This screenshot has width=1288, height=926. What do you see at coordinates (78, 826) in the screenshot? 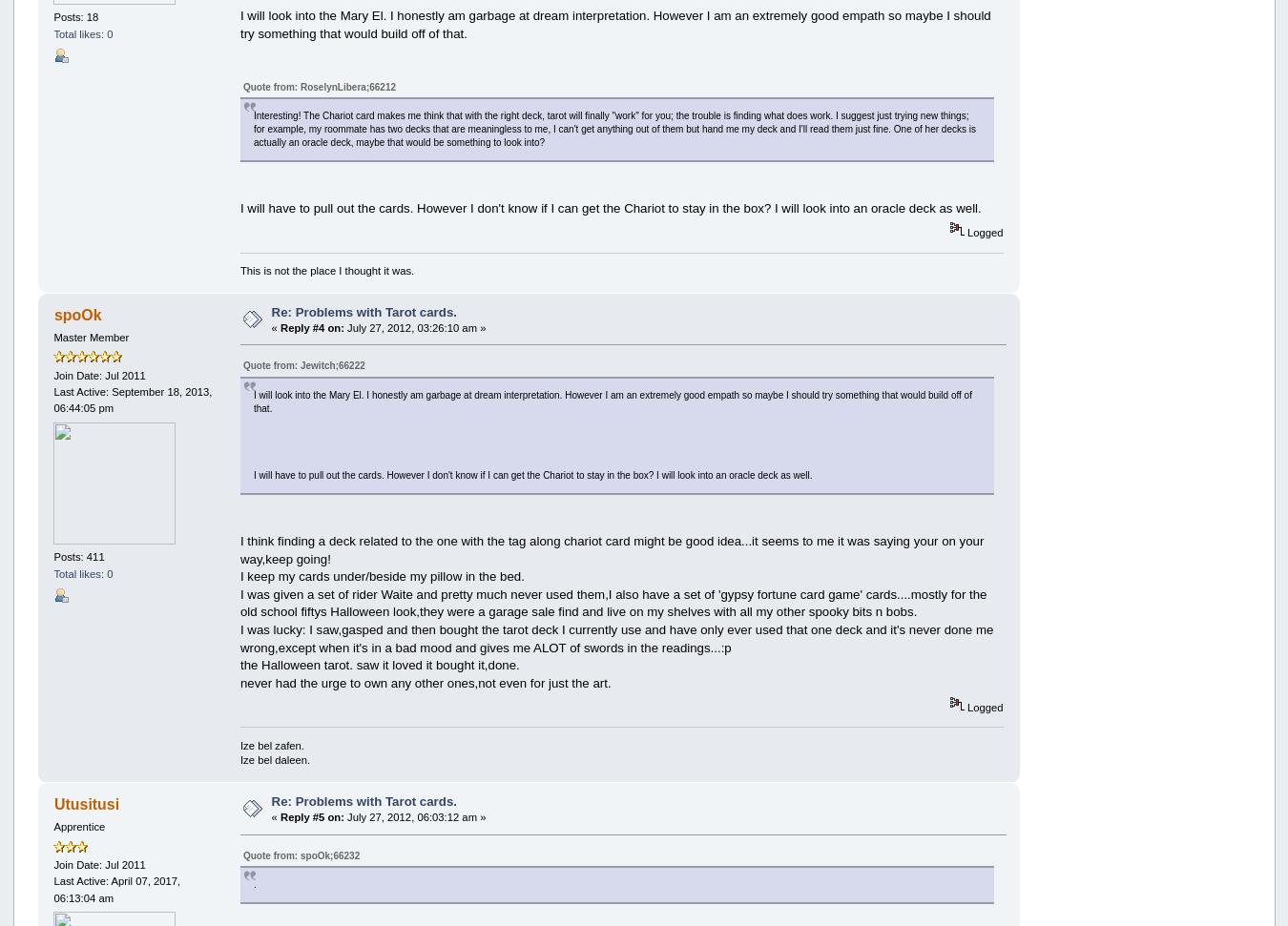
I see `'Apprentice'` at bounding box center [78, 826].